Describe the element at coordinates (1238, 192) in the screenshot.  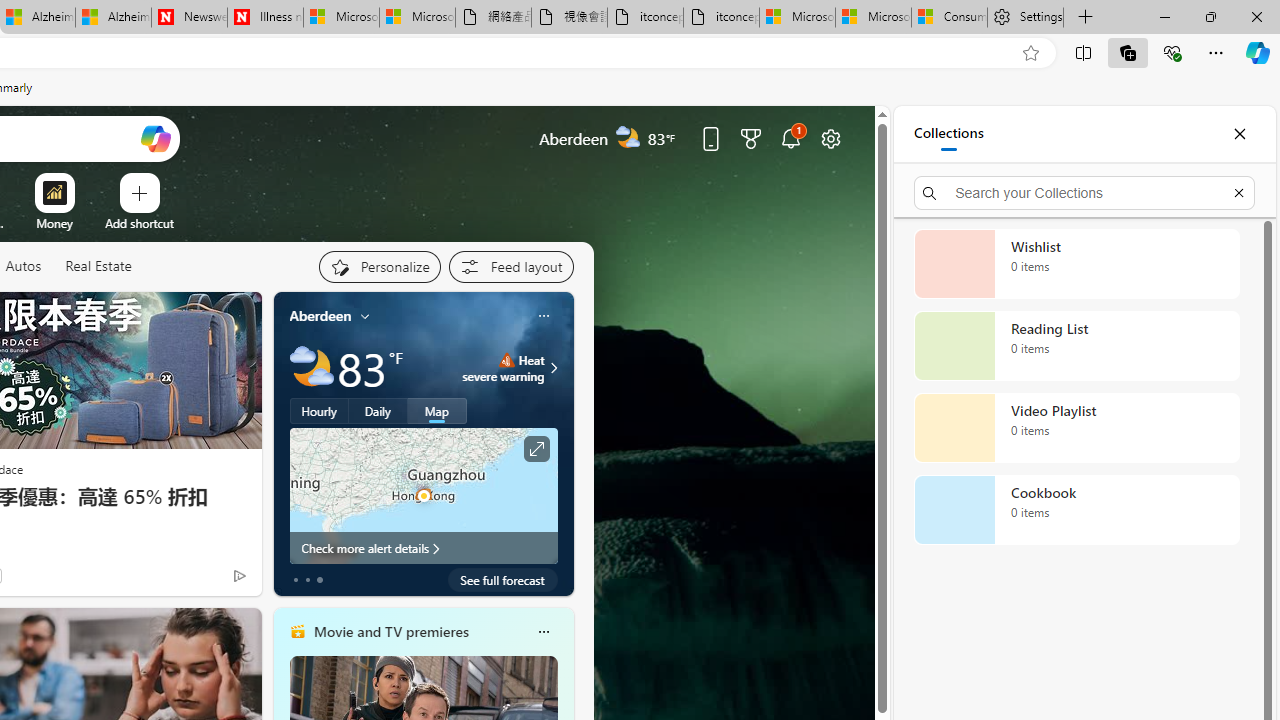
I see `'Exit search'` at that location.